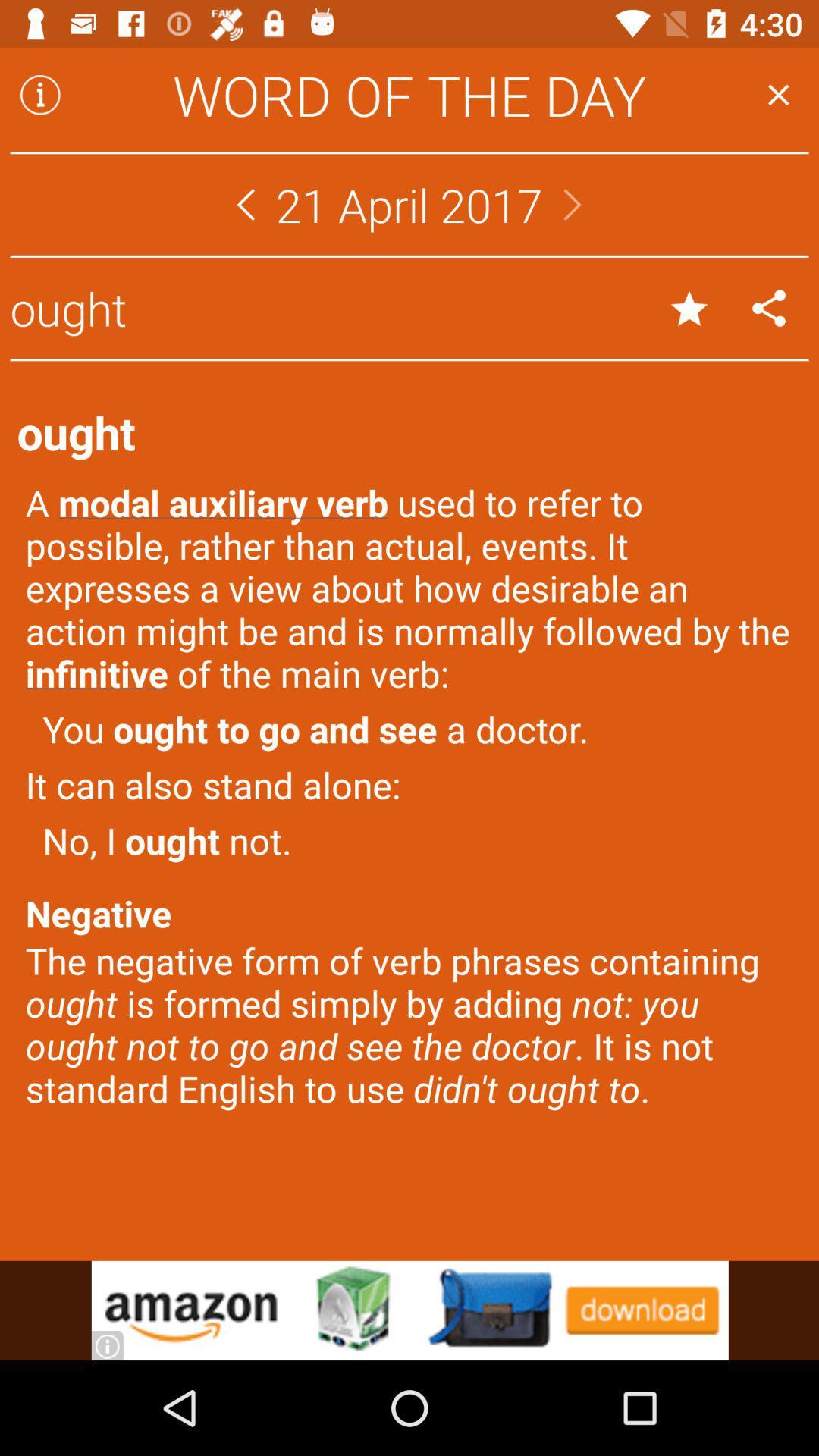 The height and width of the screenshot is (1456, 819). I want to click on advertesement, so click(409, 1310).